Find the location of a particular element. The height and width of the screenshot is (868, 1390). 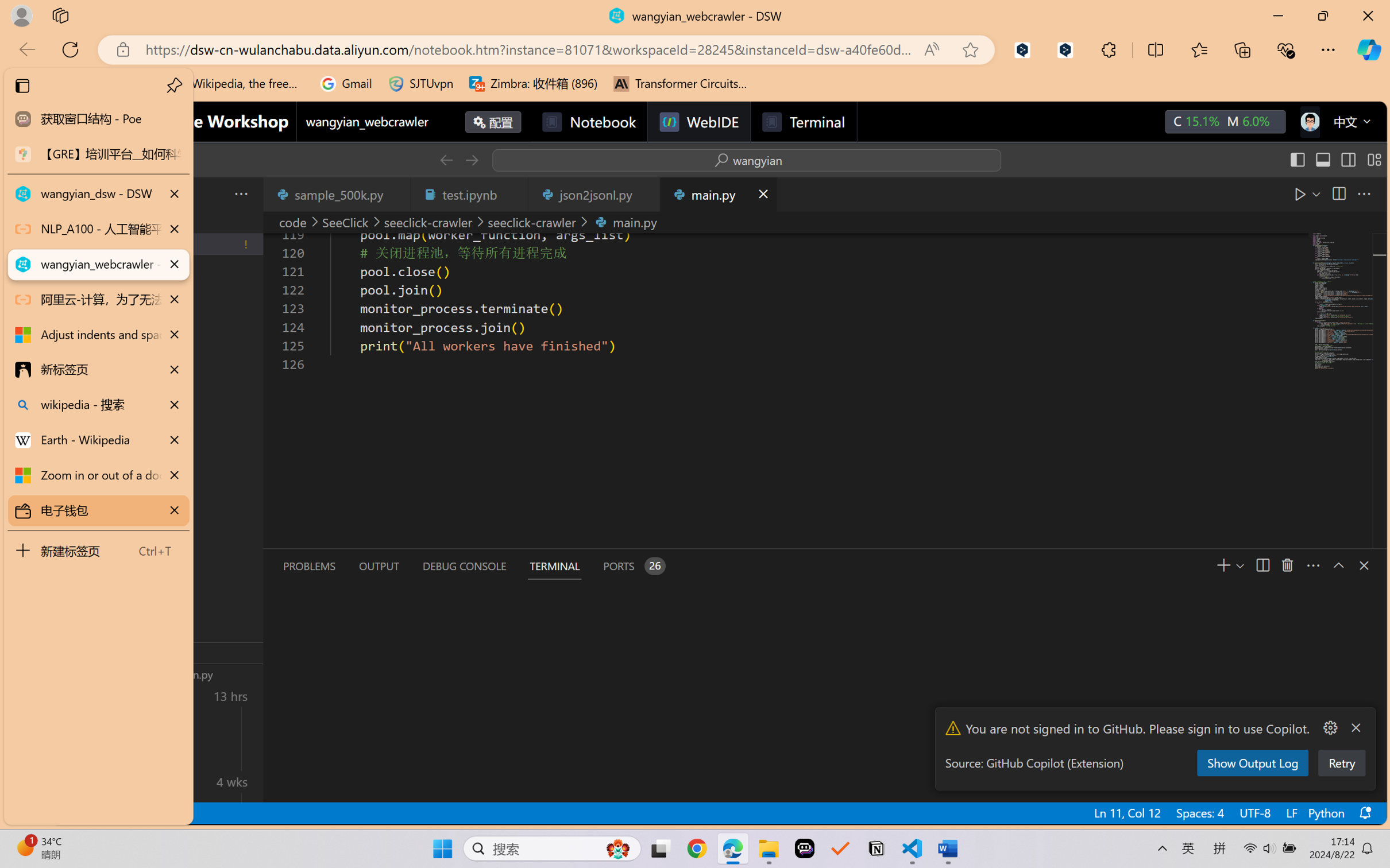

'Copilot (Ctrl+Shift+.)' is located at coordinates (1369, 49).